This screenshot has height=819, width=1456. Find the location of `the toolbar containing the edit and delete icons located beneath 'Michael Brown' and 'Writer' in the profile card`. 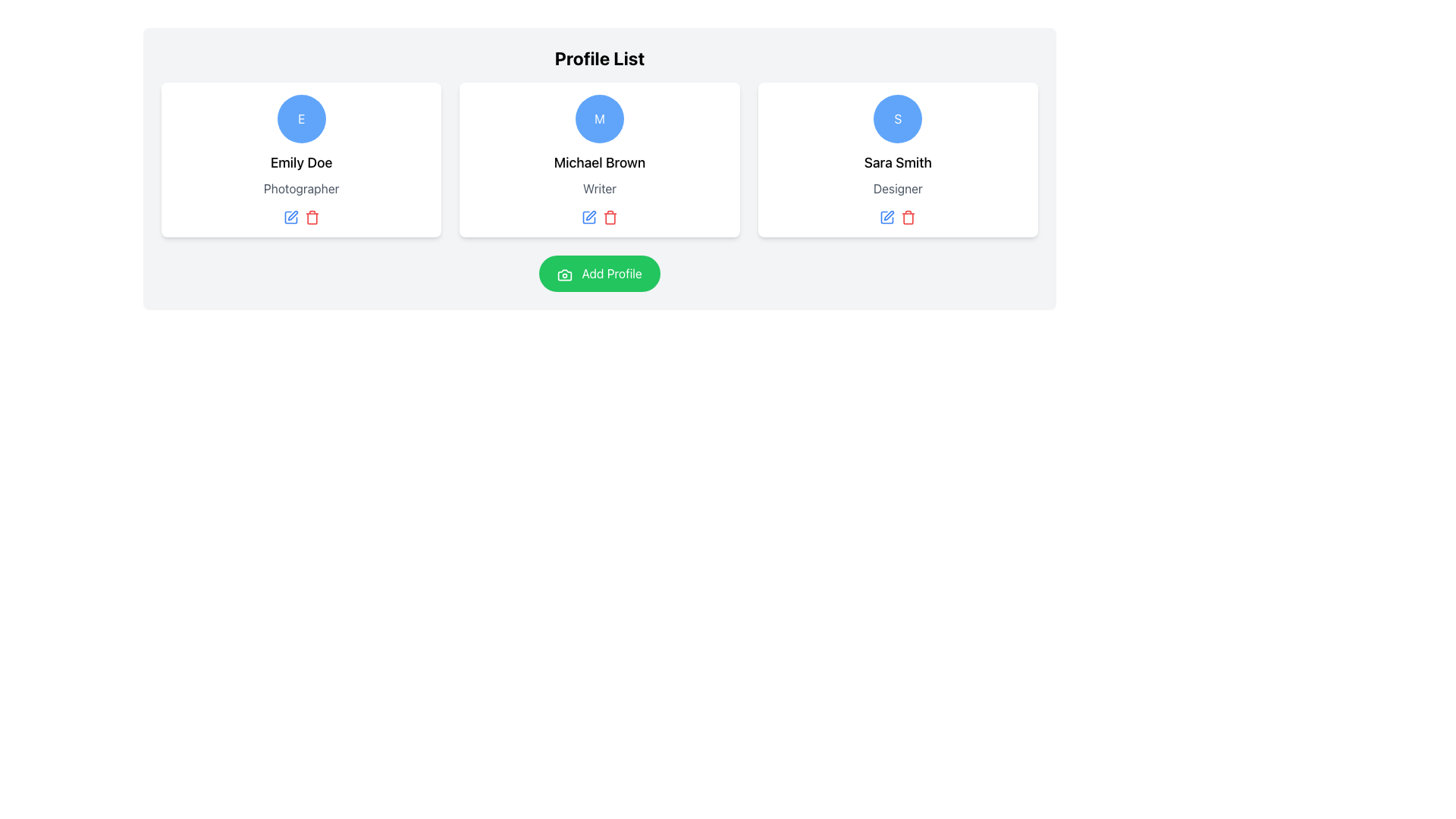

the toolbar containing the edit and delete icons located beneath 'Michael Brown' and 'Writer' in the profile card is located at coordinates (599, 217).